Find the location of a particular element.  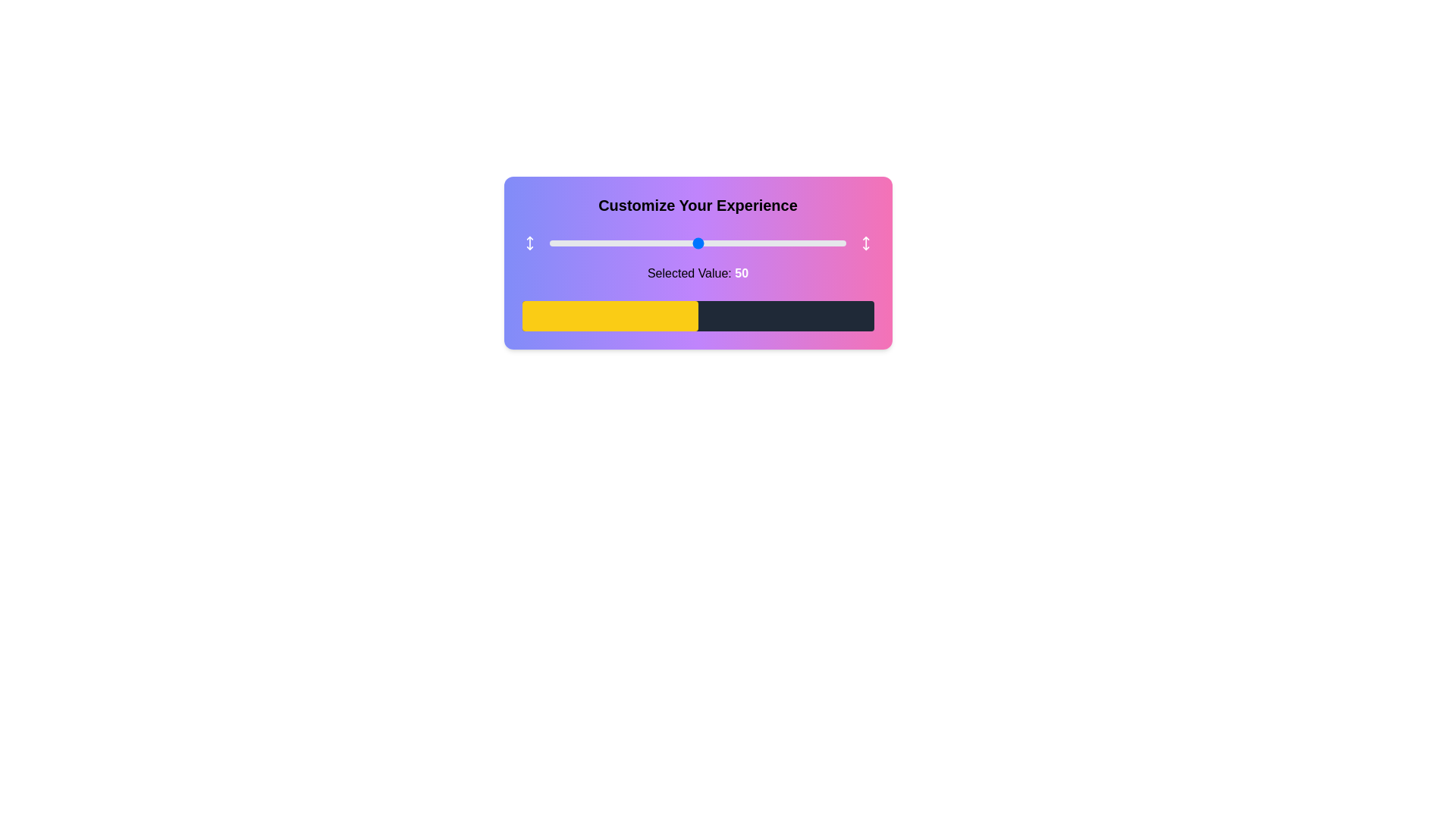

the slider to set its value to 77 is located at coordinates (778, 242).